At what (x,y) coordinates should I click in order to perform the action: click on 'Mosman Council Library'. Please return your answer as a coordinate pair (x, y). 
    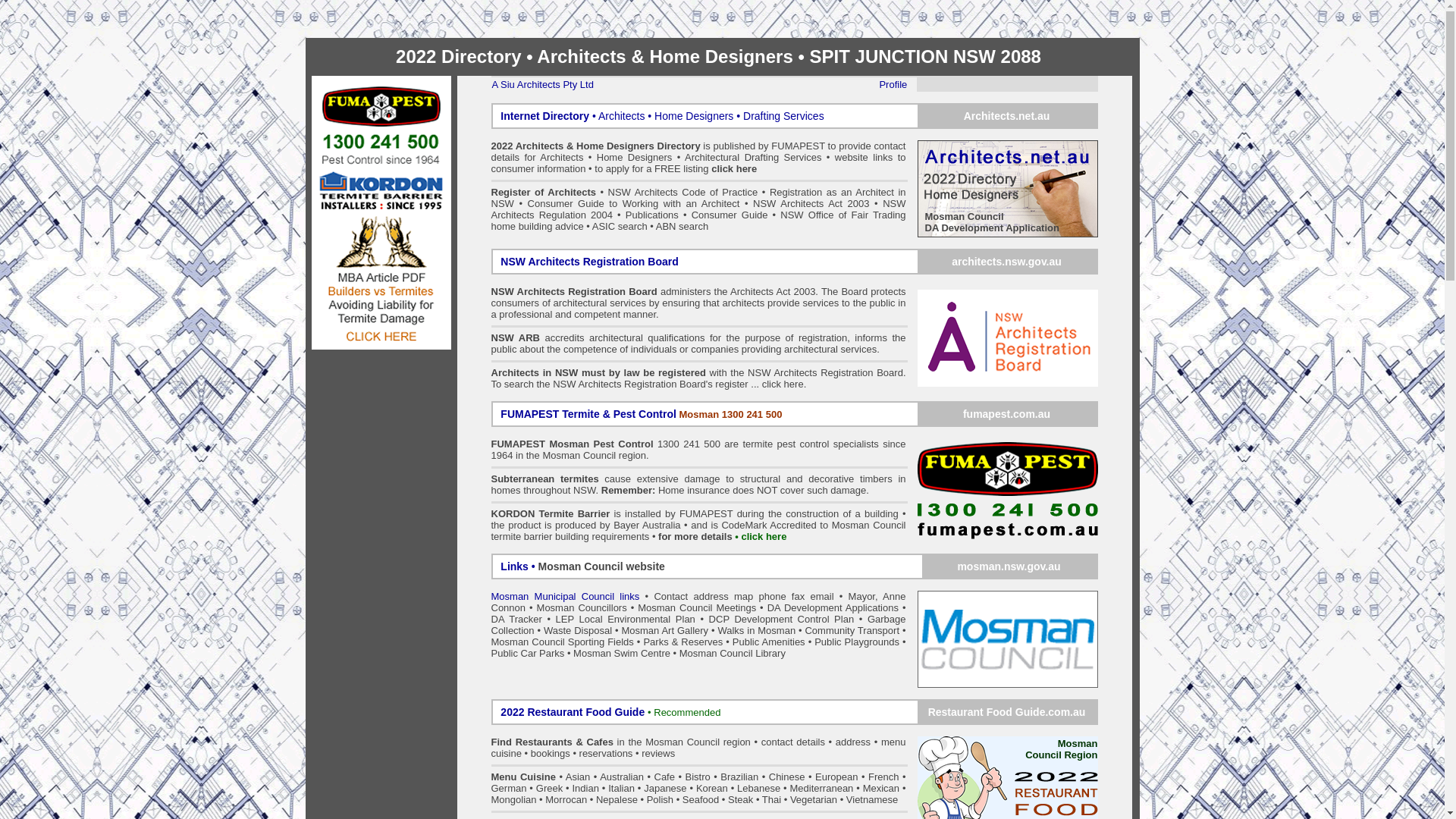
    Looking at the image, I should click on (679, 652).